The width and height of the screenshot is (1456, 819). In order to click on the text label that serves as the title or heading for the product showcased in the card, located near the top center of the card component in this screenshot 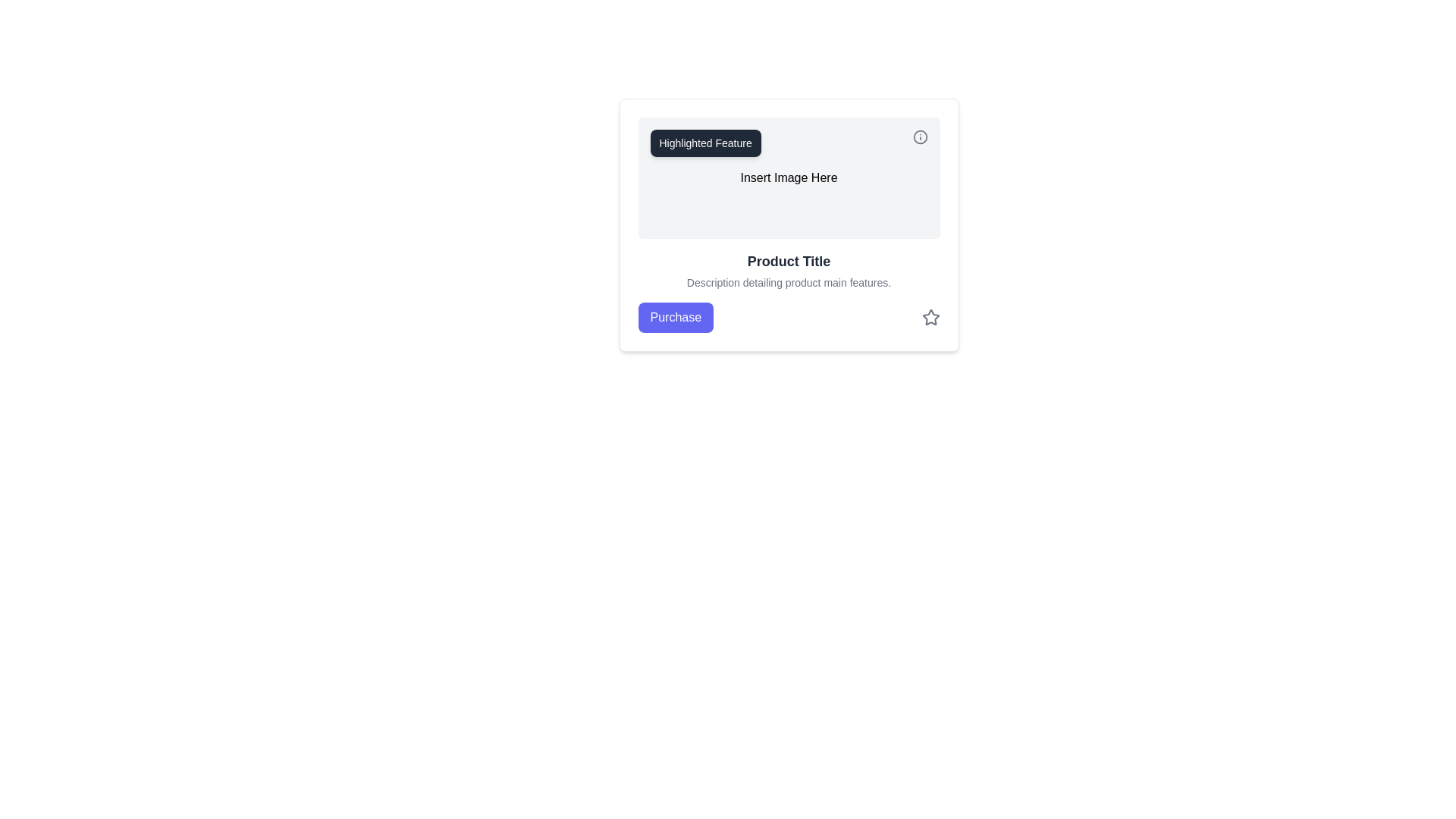, I will do `click(789, 260)`.